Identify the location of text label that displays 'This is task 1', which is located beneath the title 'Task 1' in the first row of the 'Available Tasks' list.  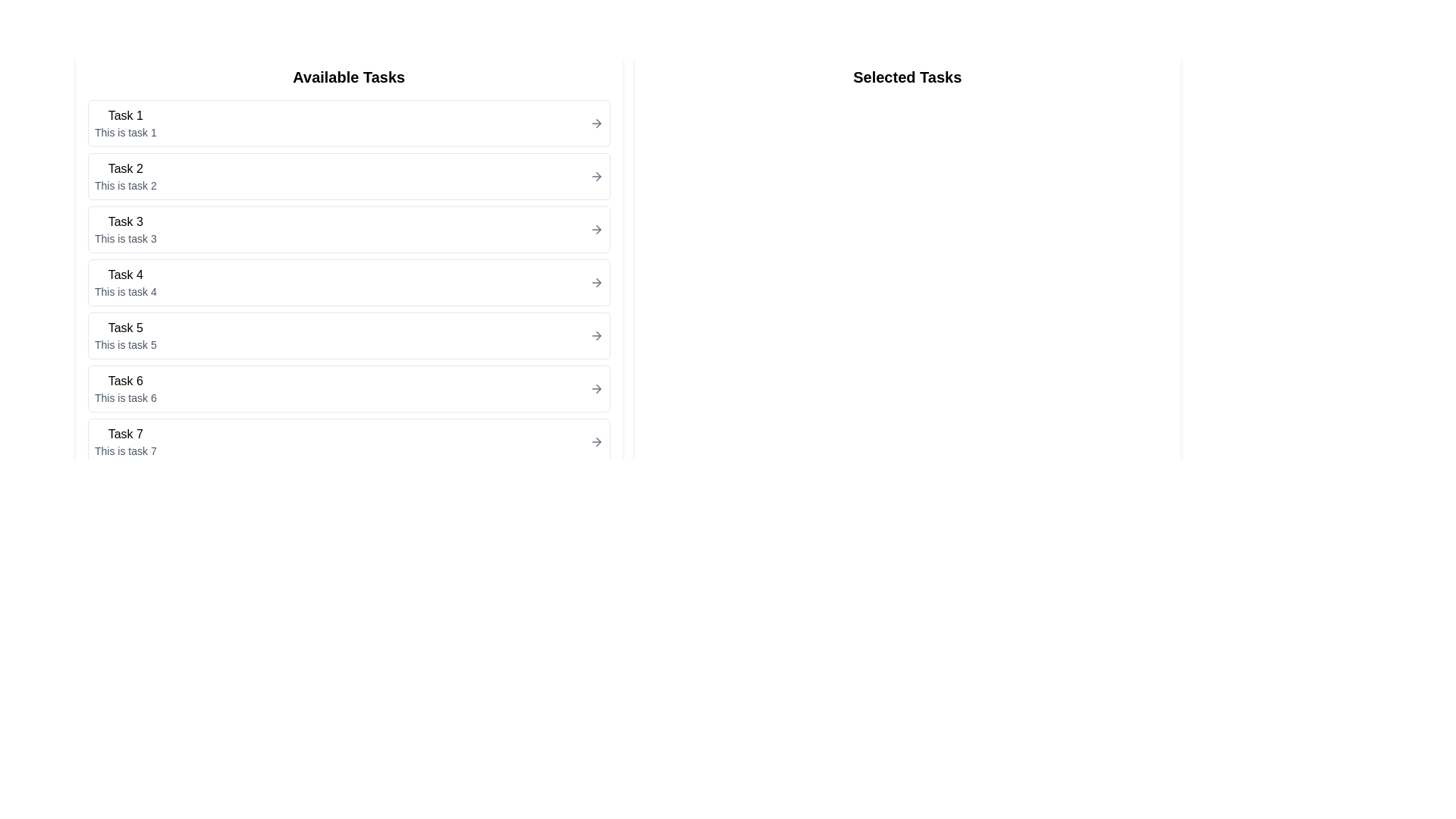
(125, 131).